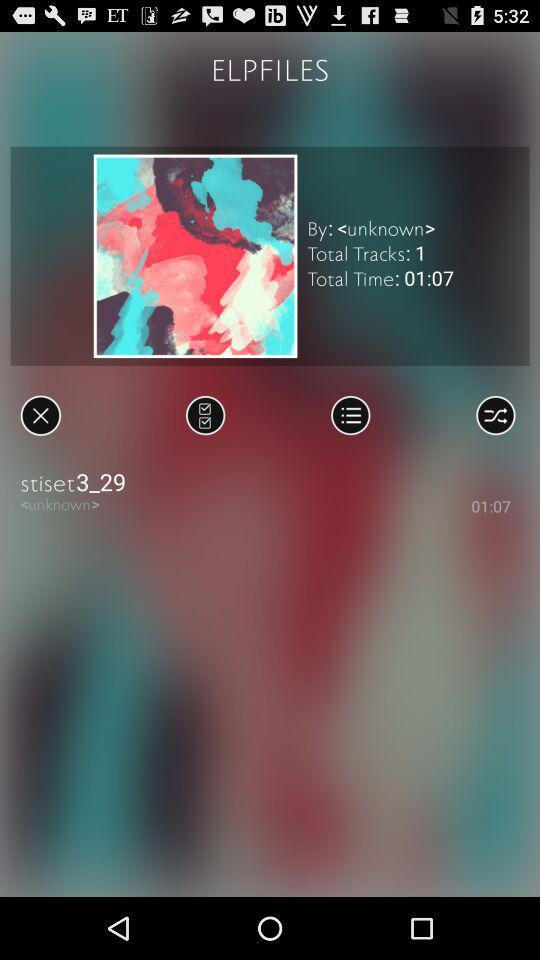  I want to click on open playlist, so click(349, 414).